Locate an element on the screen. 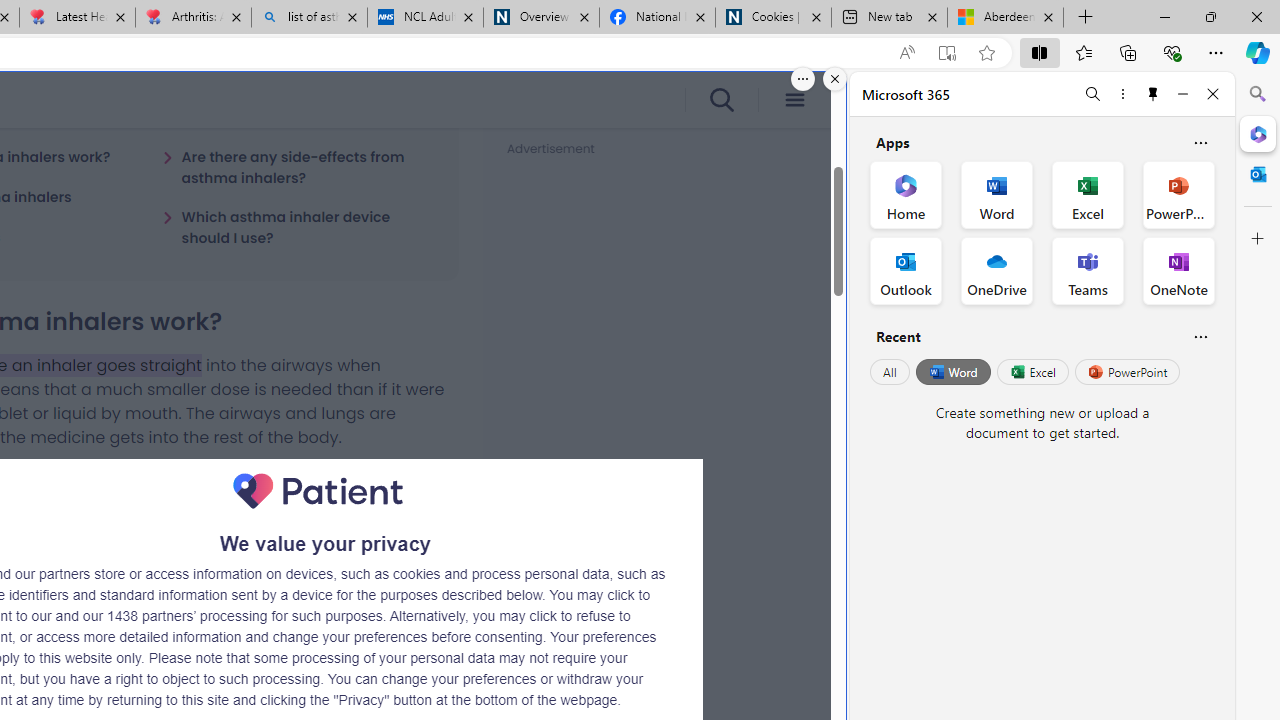  'Close split screen.' is located at coordinates (835, 78).